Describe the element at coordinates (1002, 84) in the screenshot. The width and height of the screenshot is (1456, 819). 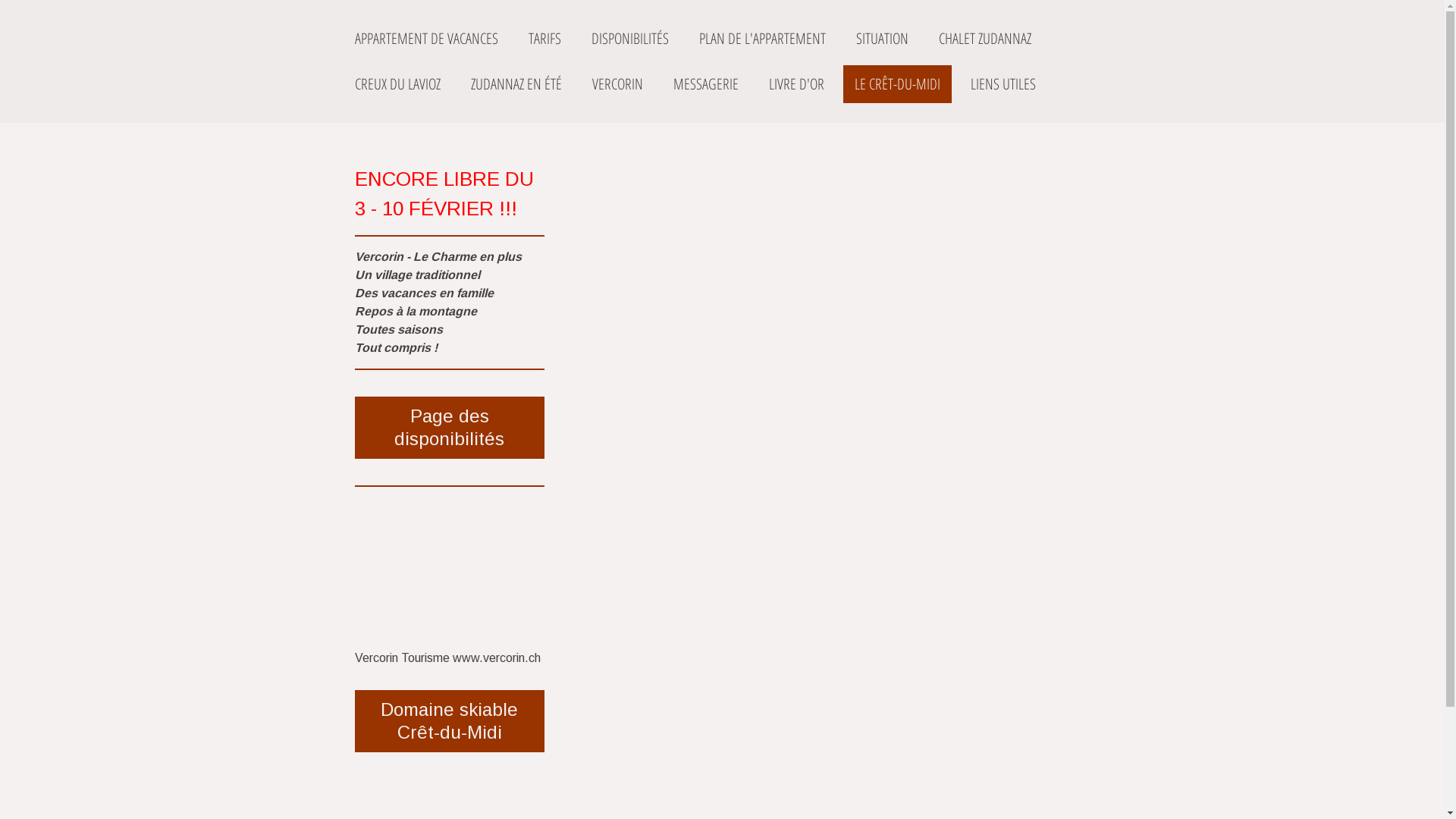
I see `'LIENS UTILES'` at that location.